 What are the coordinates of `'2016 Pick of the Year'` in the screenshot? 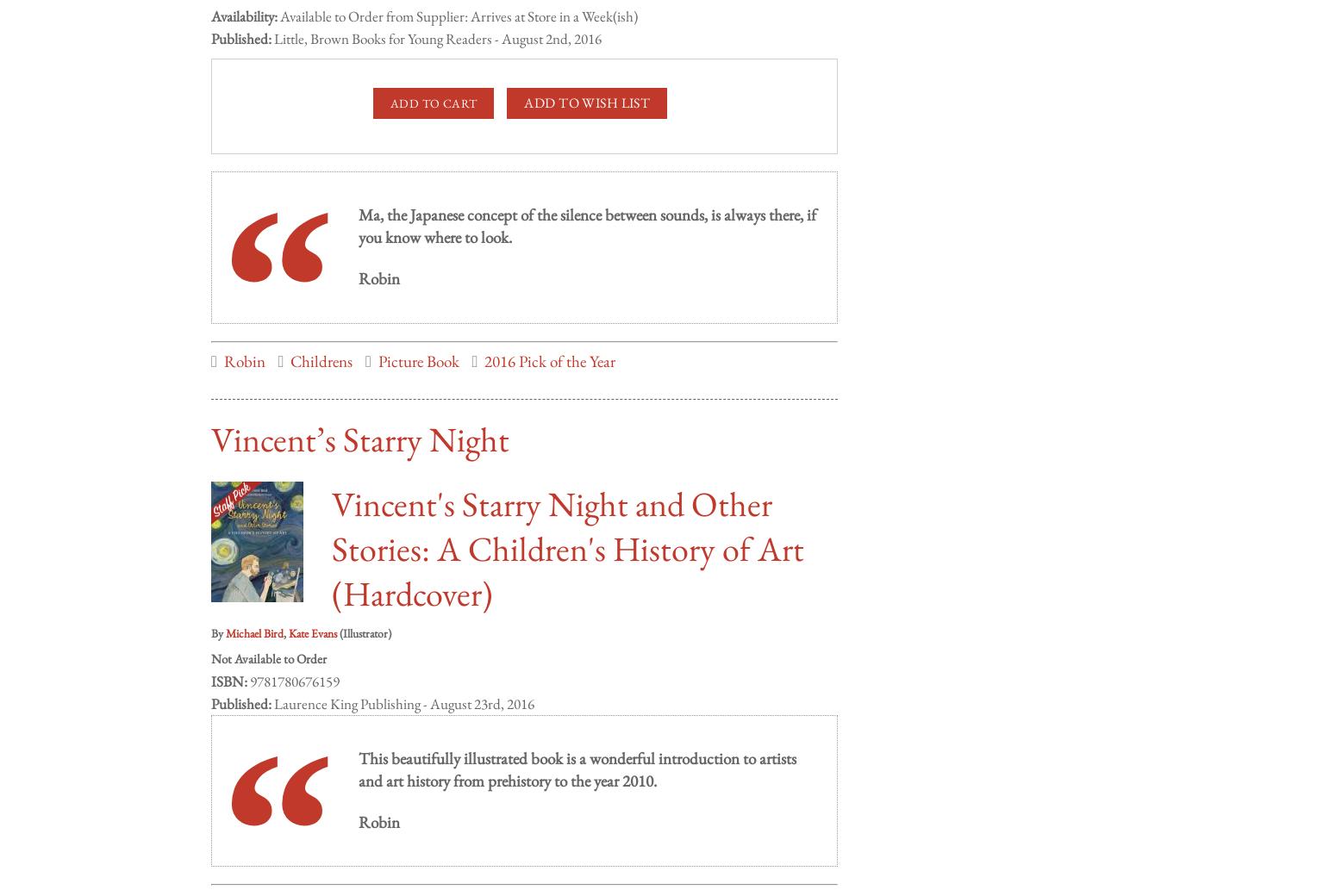 It's located at (484, 344).